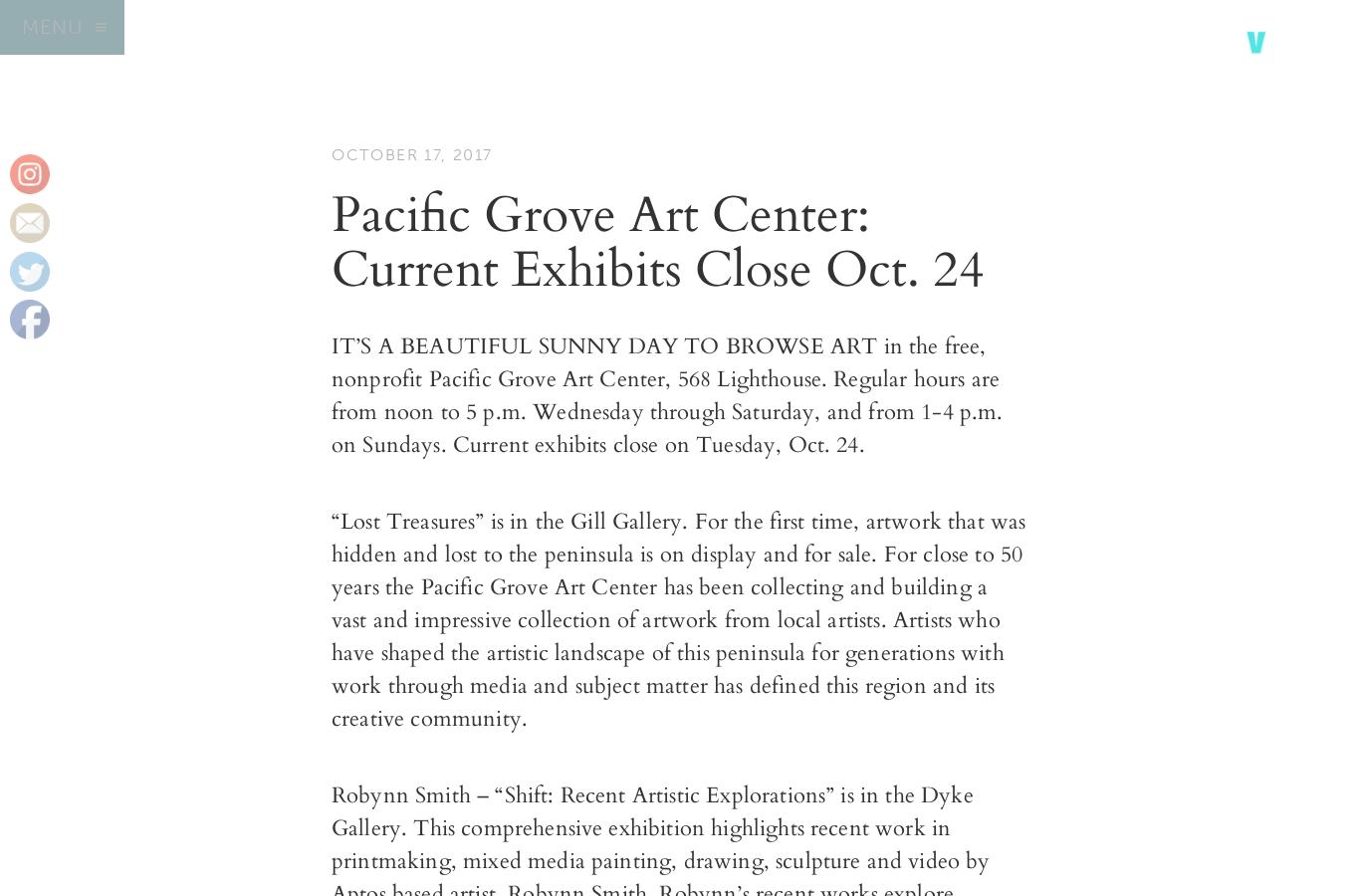  What do you see at coordinates (332, 619) in the screenshot?
I see `'“Lost Treasures” is in the Gill Gallery. For the first time, artwork that was hidden and lost to the peninsula is on display and for sale. For close to 50 years the Pacific Grove Art Center has been collecting and building a vast and impressive collection of artwork from local artists. Artists who have shaped the artistic landscape of this peninsula for generations with work through media and subject matter has defined this region and its creative community.'` at bounding box center [332, 619].